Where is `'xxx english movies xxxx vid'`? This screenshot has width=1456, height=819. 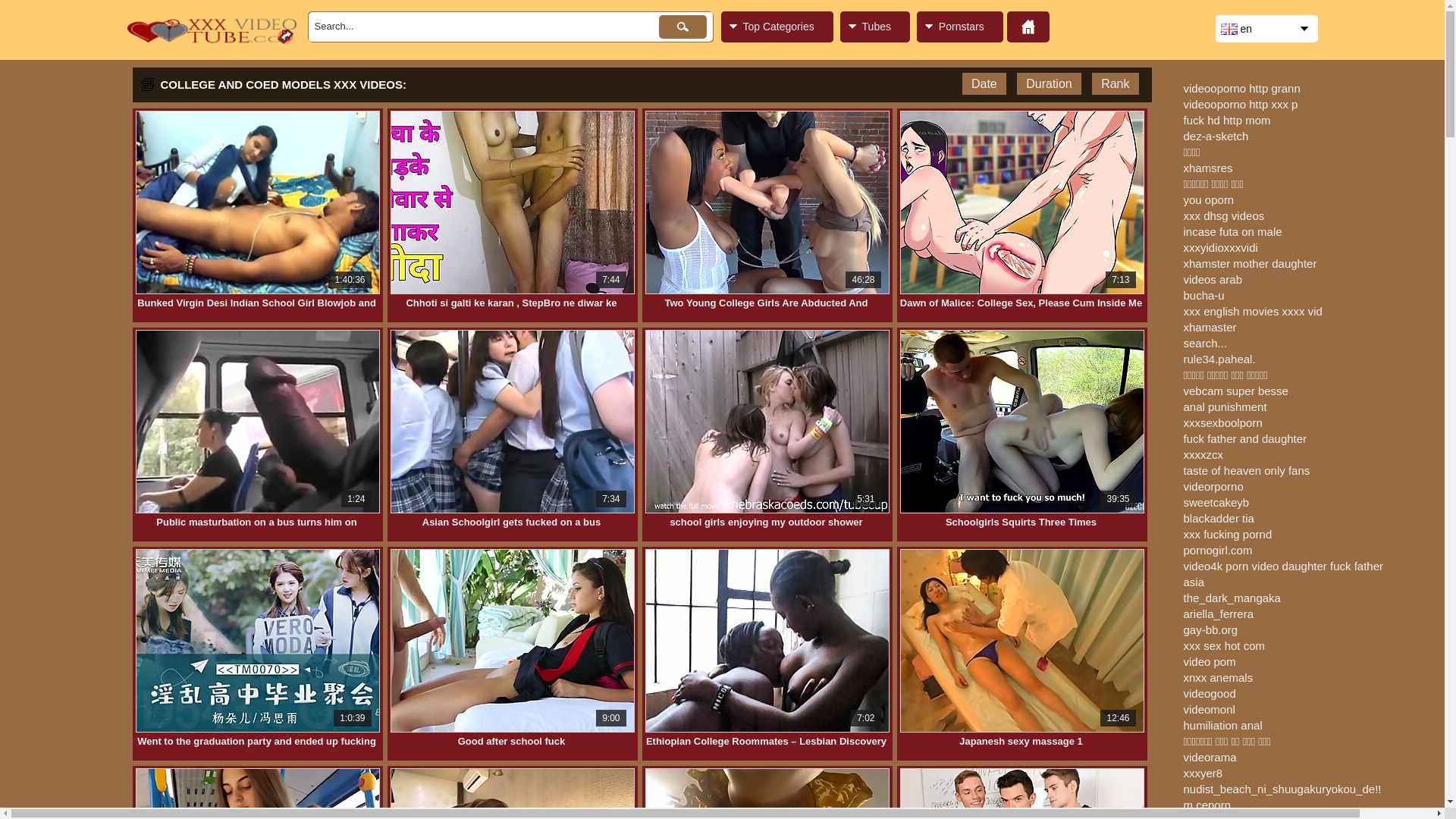
'xxx english movies xxxx vid' is located at coordinates (1182, 310).